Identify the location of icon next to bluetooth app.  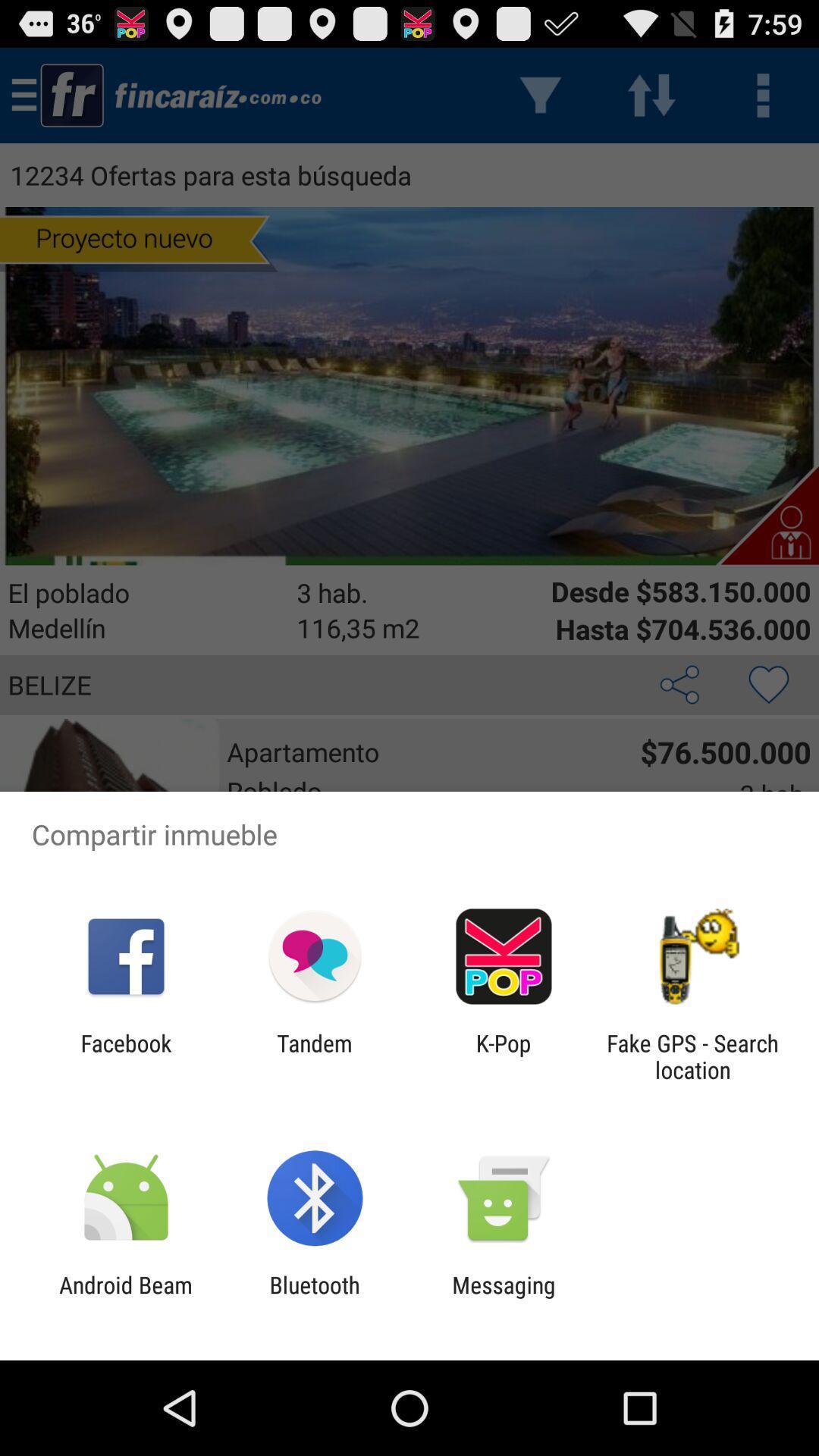
(125, 1298).